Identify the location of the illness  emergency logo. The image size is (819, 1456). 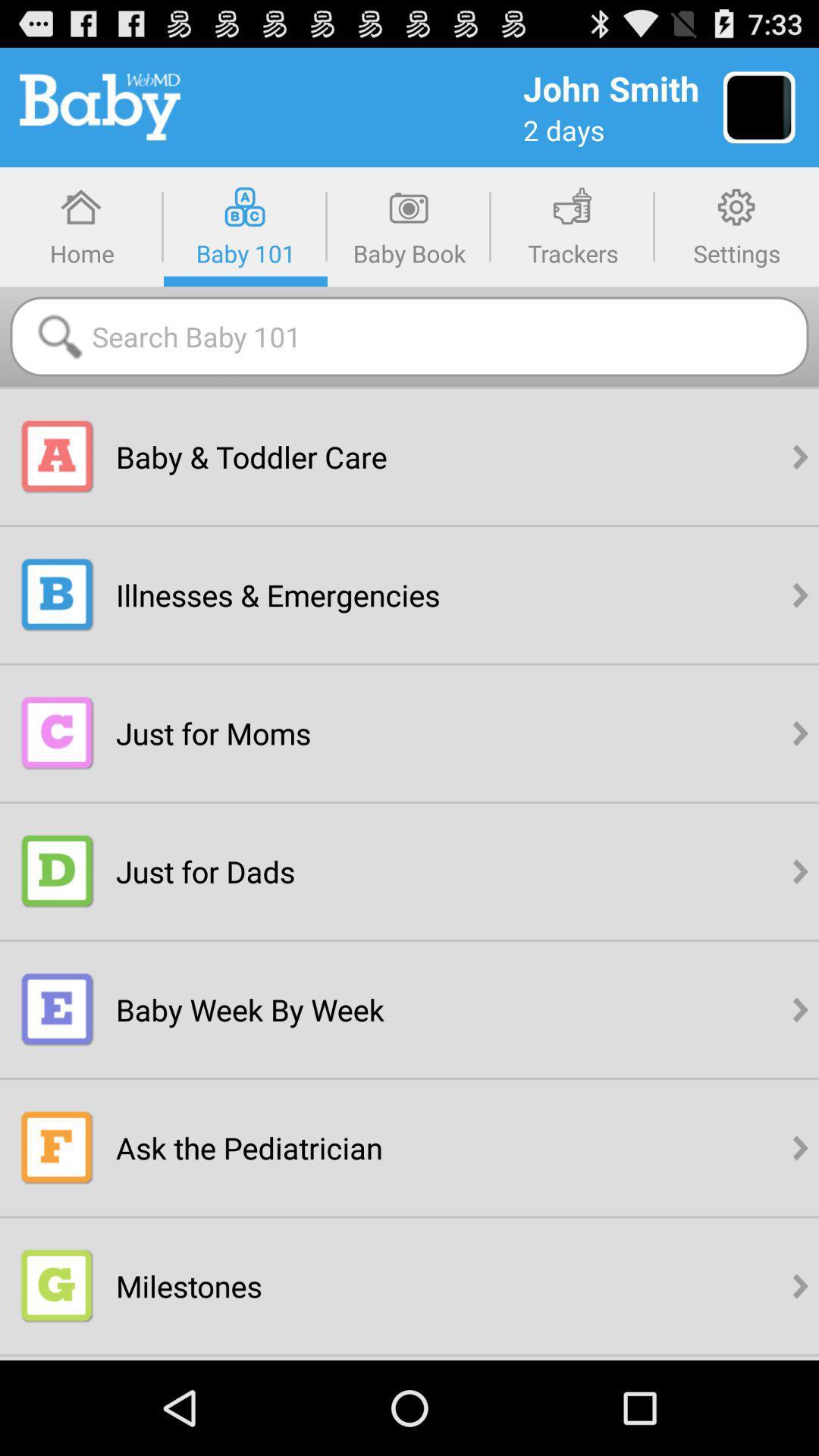
(57, 595).